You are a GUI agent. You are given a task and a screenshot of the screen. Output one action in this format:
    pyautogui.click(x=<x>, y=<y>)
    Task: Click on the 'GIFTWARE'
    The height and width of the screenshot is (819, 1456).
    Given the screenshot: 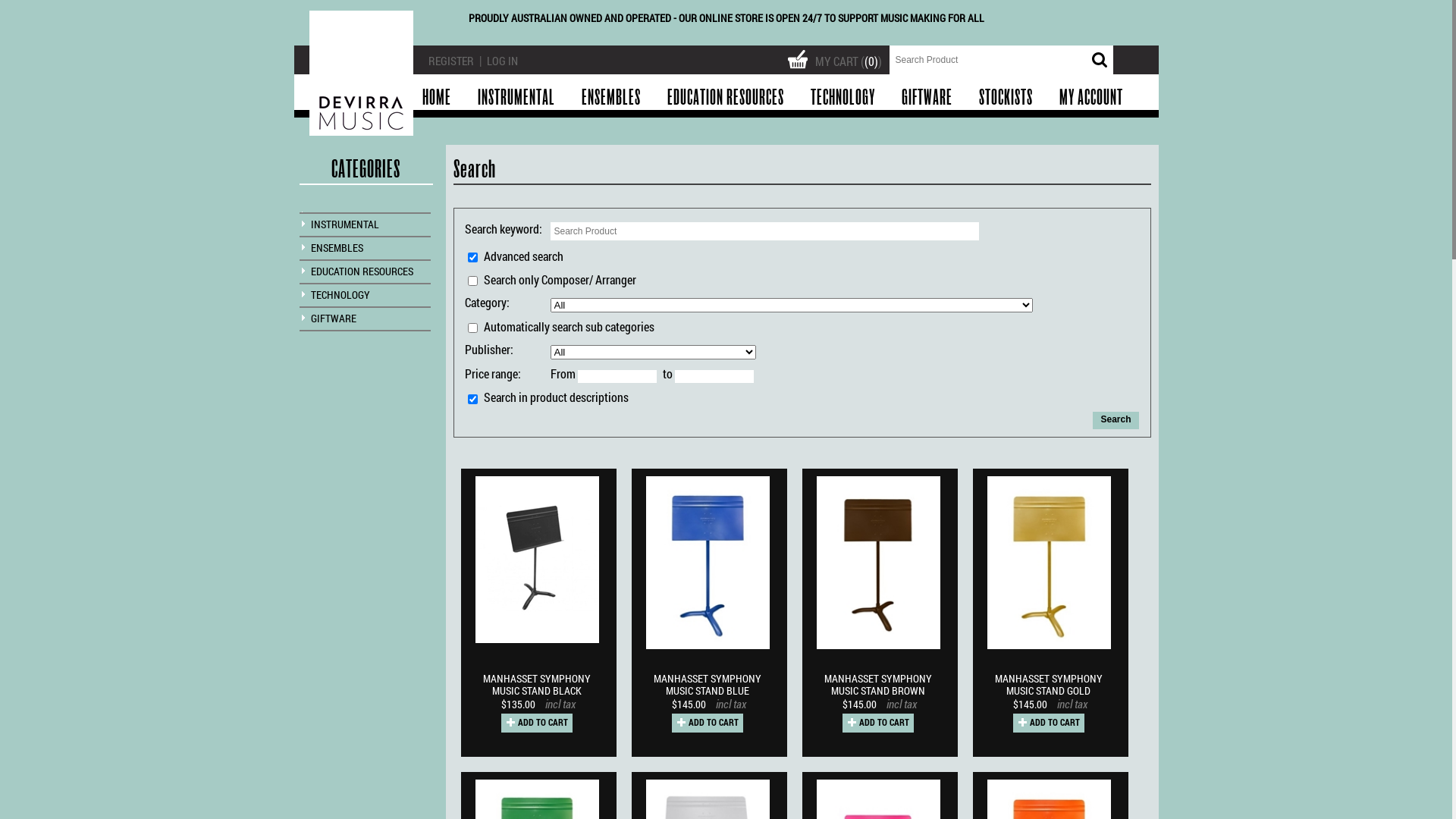 What is the action you would take?
    pyautogui.click(x=333, y=317)
    